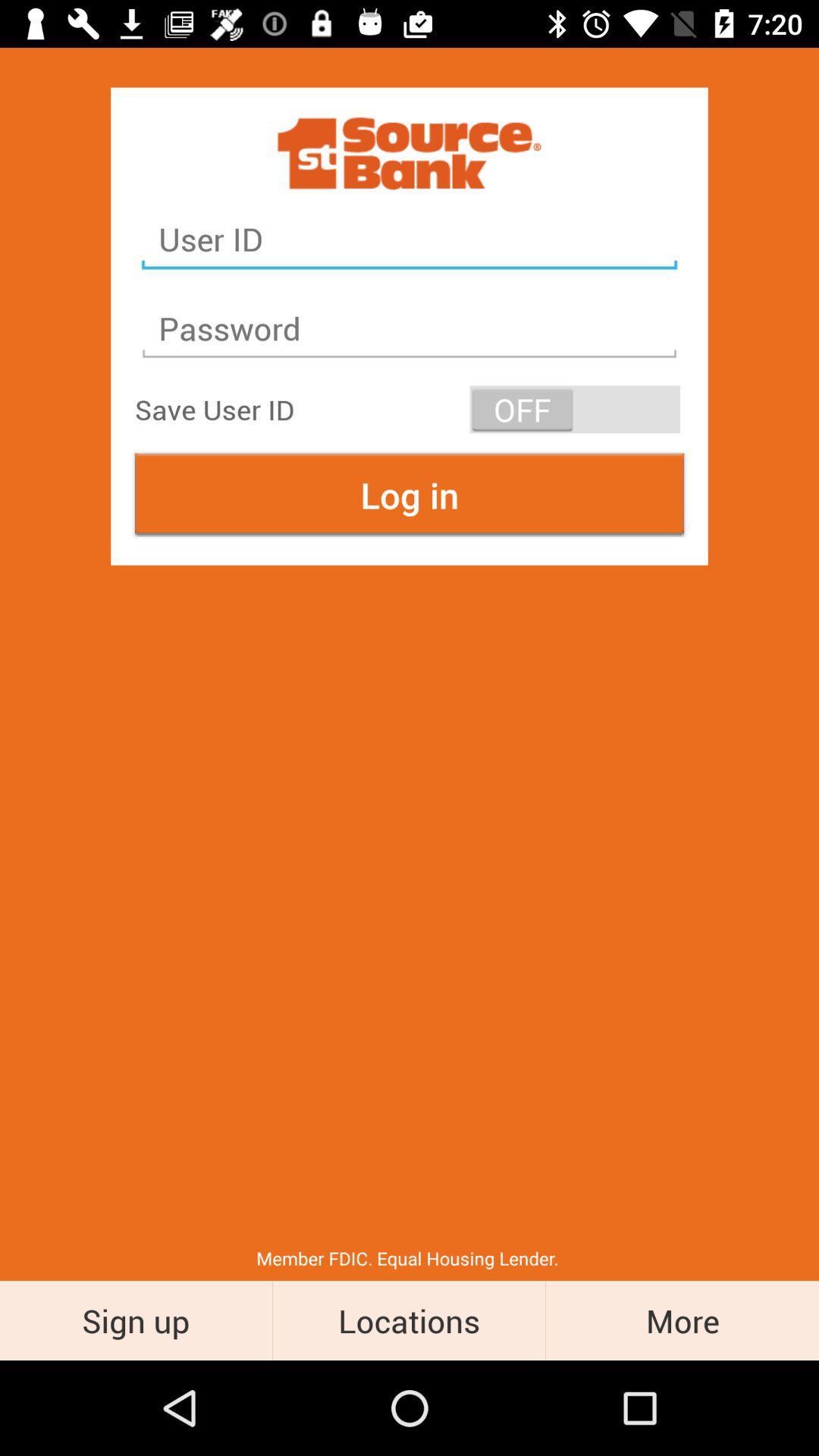  I want to click on the item at the top right corner, so click(575, 409).